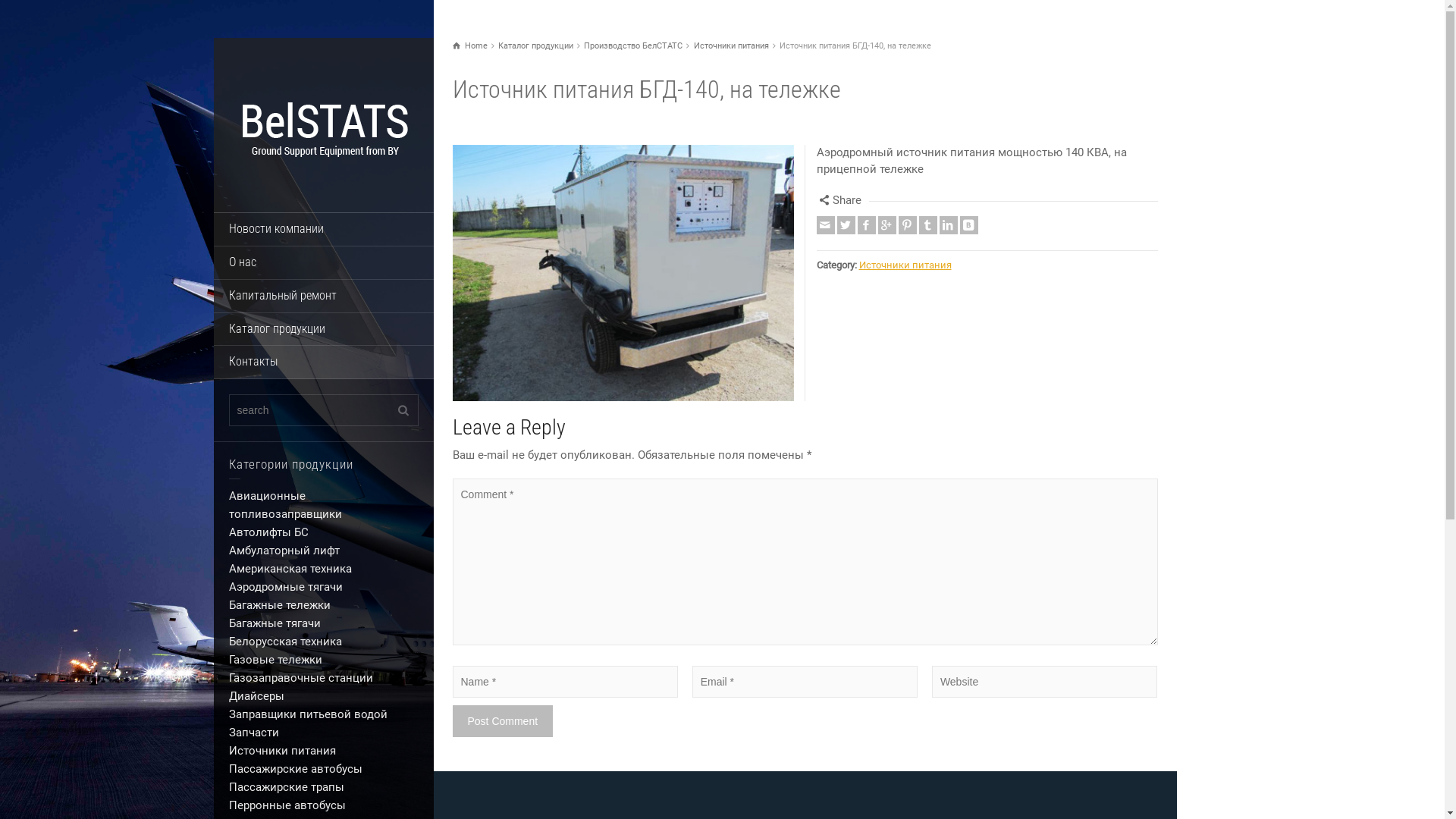 The width and height of the screenshot is (1456, 819). I want to click on 'Facebook', so click(866, 225).